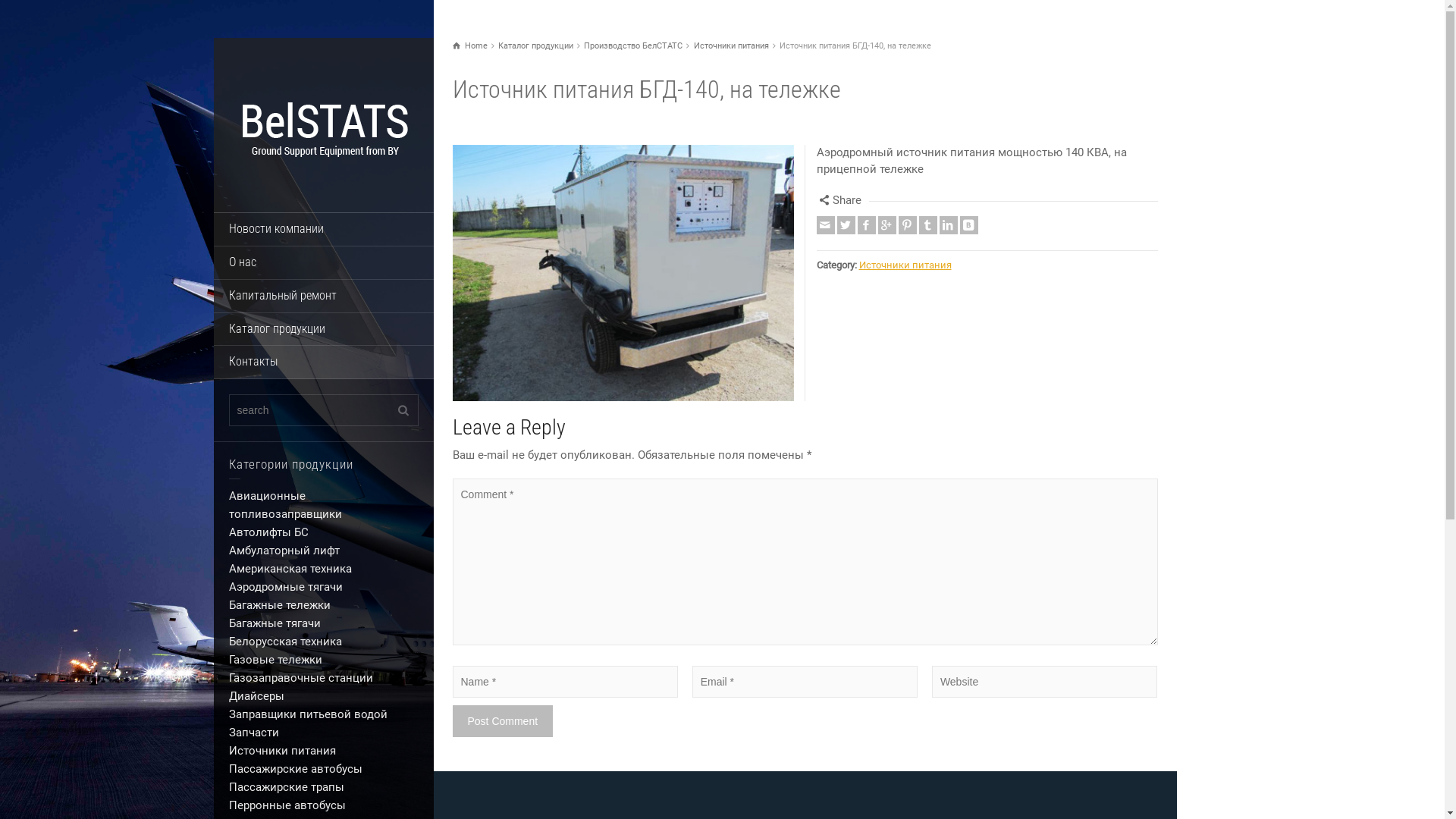 The width and height of the screenshot is (1456, 819). I want to click on 'Facebook', so click(866, 225).